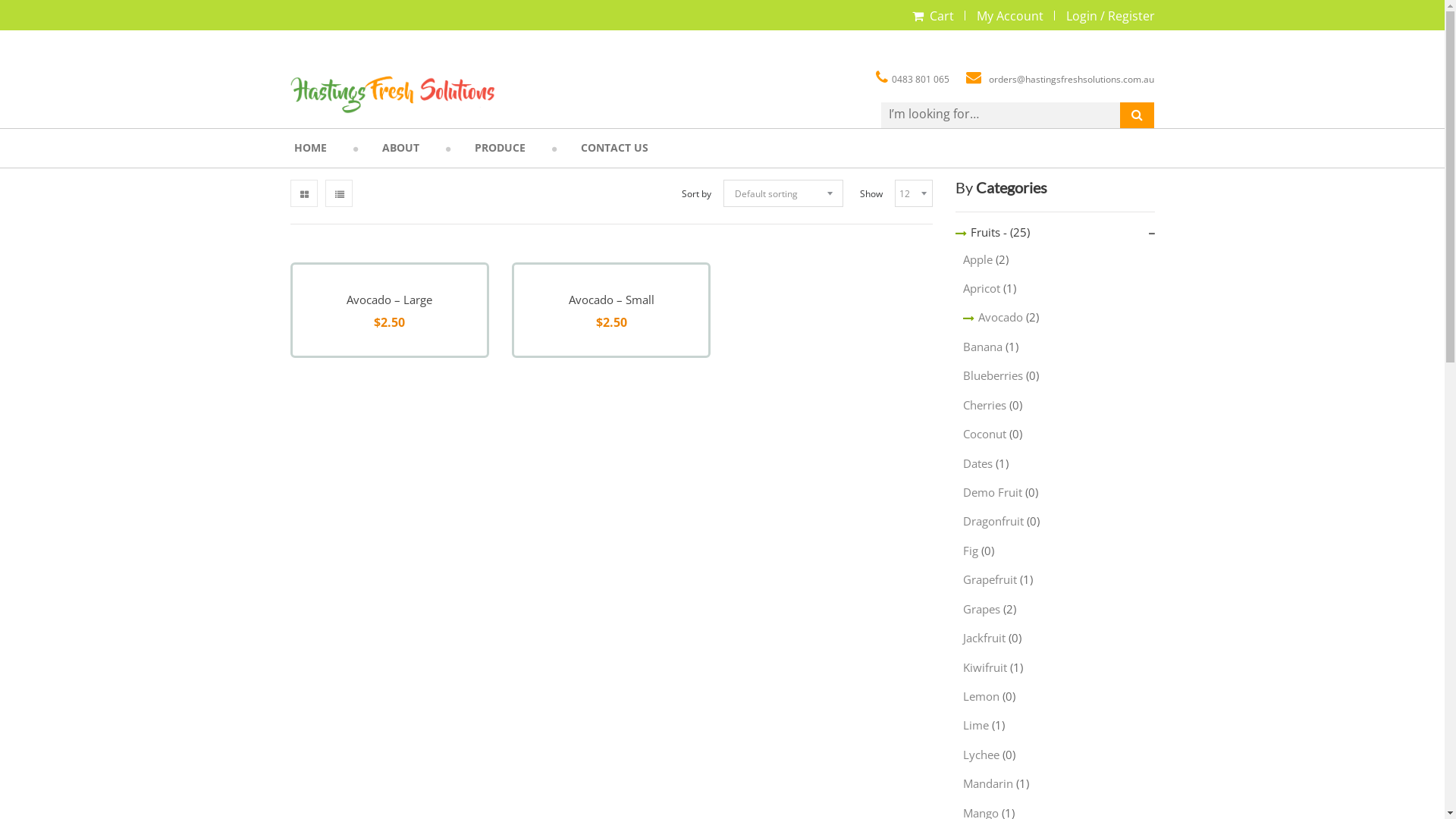 This screenshot has width=1456, height=819. I want to click on 'orders@hastingsfreshsolutions.com.au', so click(1052, 79).